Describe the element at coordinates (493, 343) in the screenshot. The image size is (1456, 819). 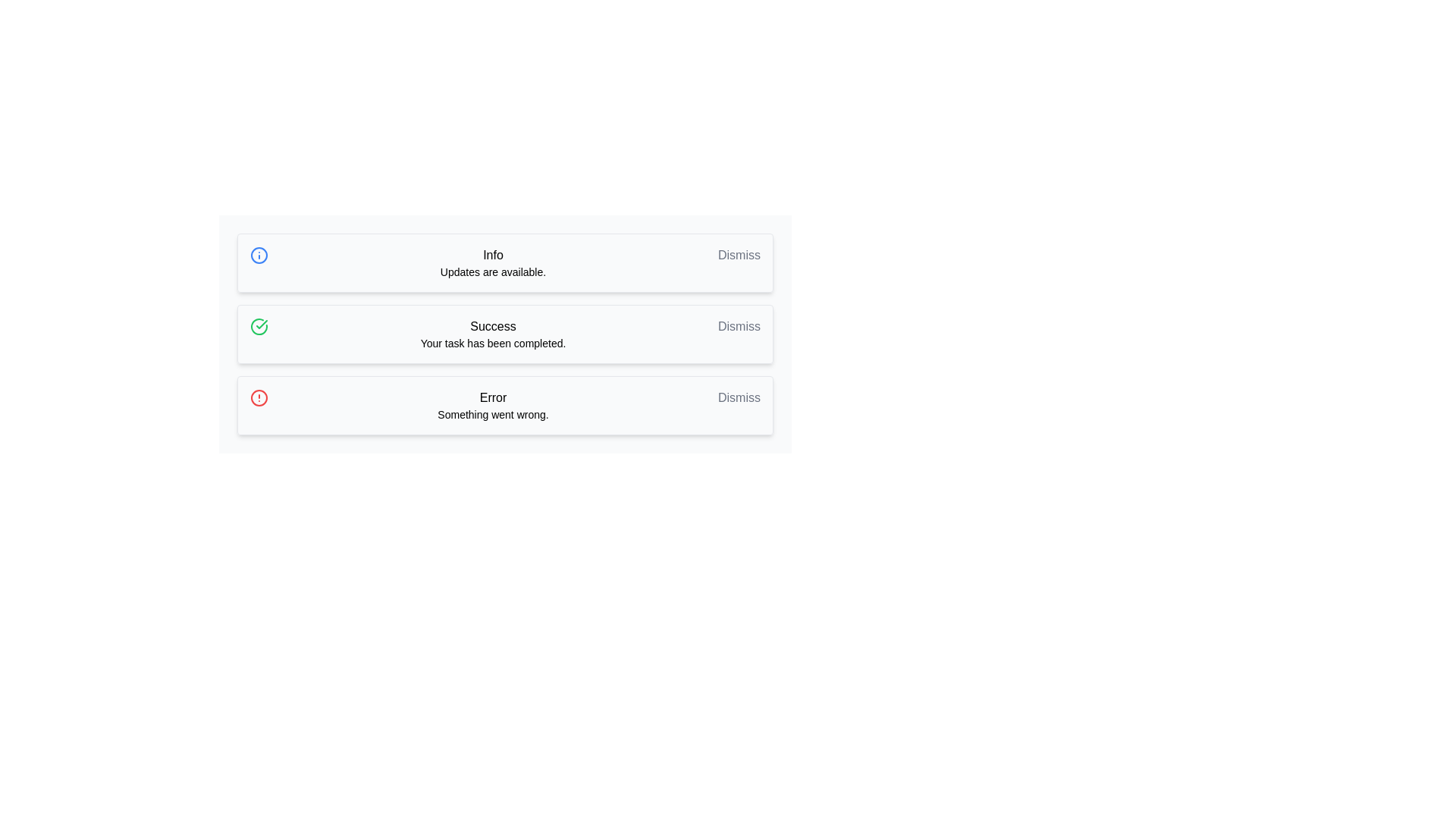
I see `the Text Label that confirms task completion, located in the second notification box below the 'Success' header` at that location.